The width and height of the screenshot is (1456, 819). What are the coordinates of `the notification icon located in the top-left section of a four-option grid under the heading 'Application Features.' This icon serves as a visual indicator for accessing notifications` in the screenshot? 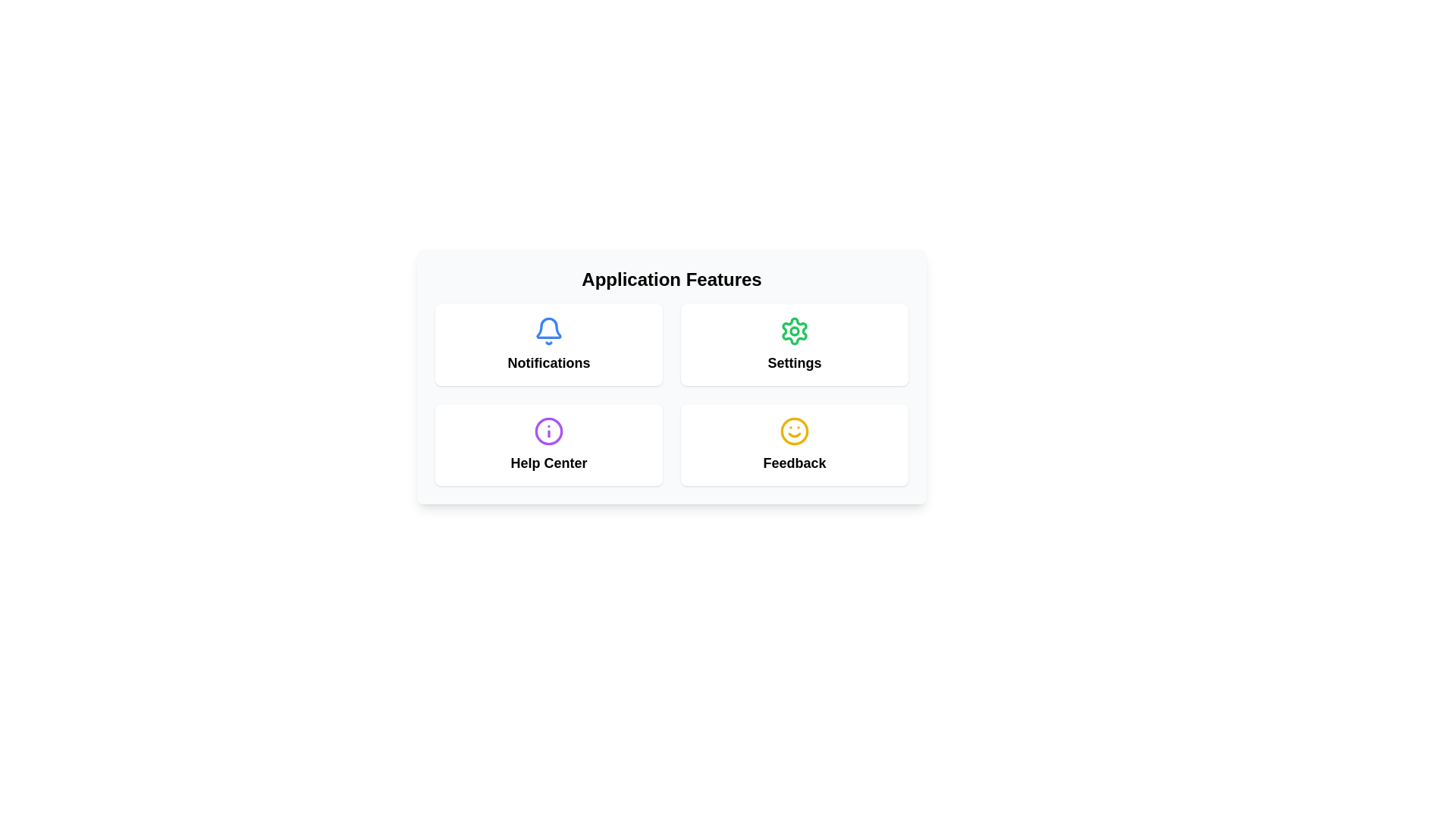 It's located at (548, 330).